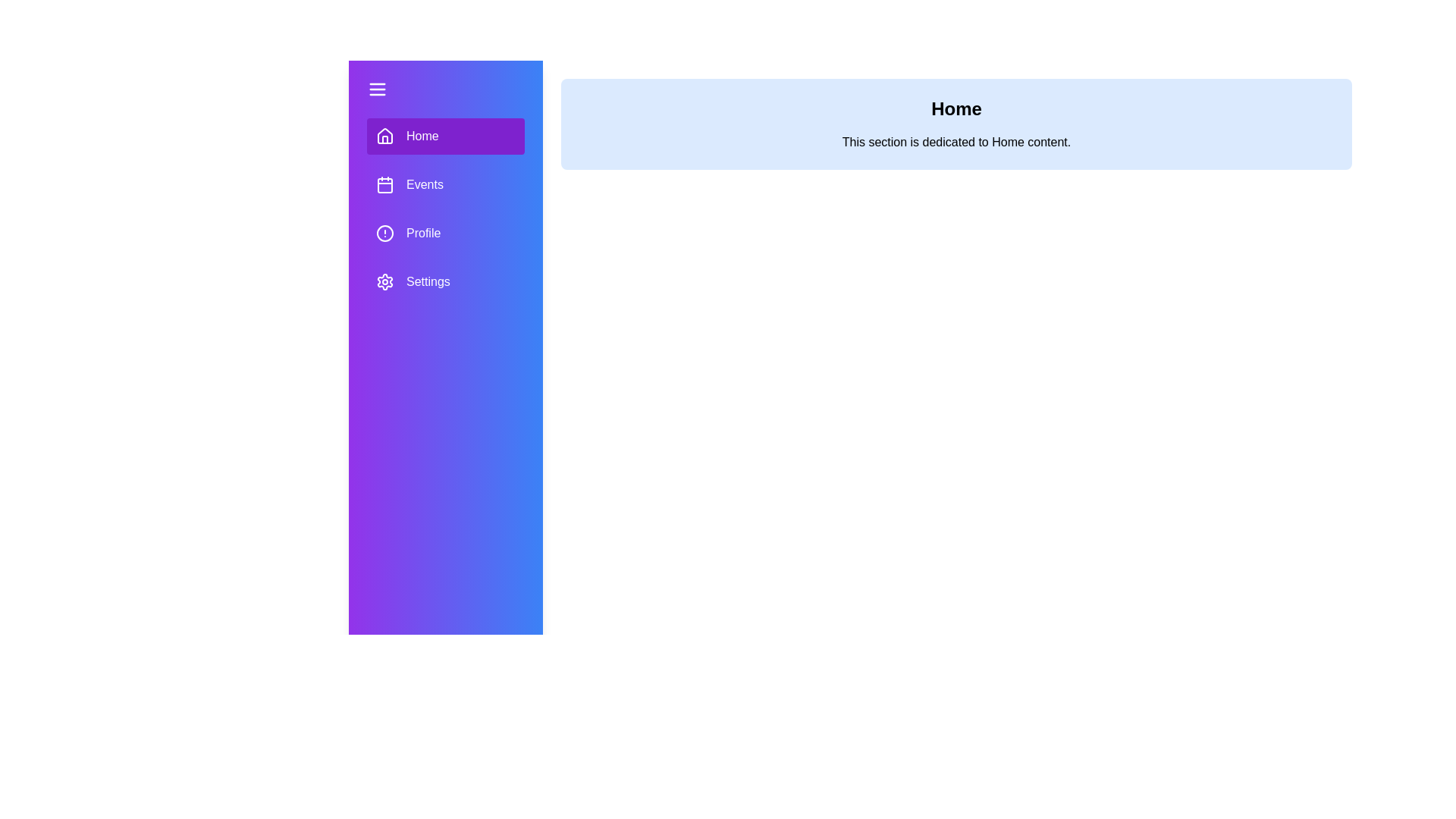 The height and width of the screenshot is (819, 1456). Describe the element at coordinates (385, 184) in the screenshot. I see `the calendar icon located in the 'Events' menu, which is the second item in the vertical navigation drawer` at that location.